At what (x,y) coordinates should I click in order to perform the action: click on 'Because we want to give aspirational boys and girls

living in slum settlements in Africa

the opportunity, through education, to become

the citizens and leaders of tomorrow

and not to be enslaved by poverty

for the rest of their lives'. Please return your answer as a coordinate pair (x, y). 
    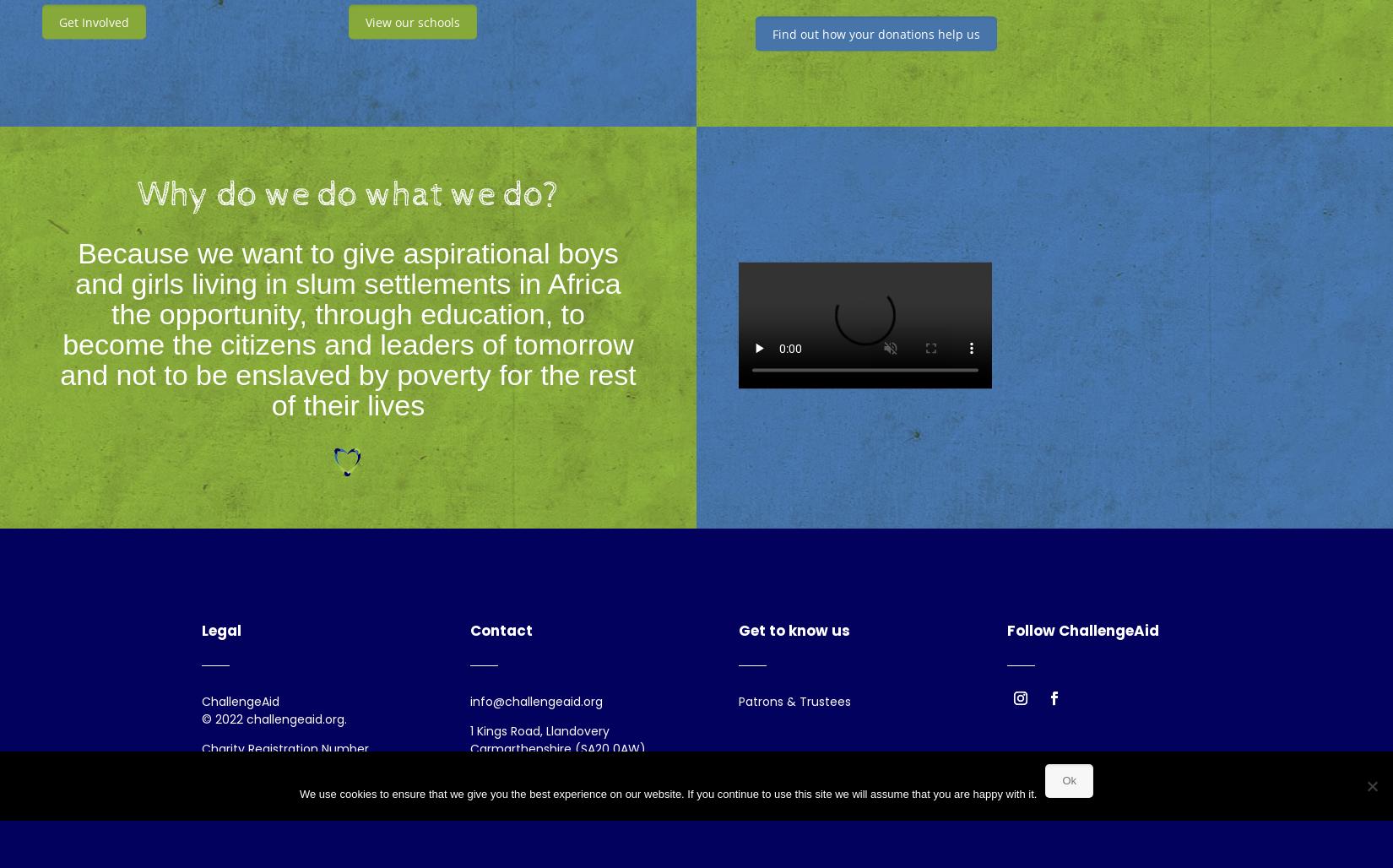
    Looking at the image, I should click on (348, 329).